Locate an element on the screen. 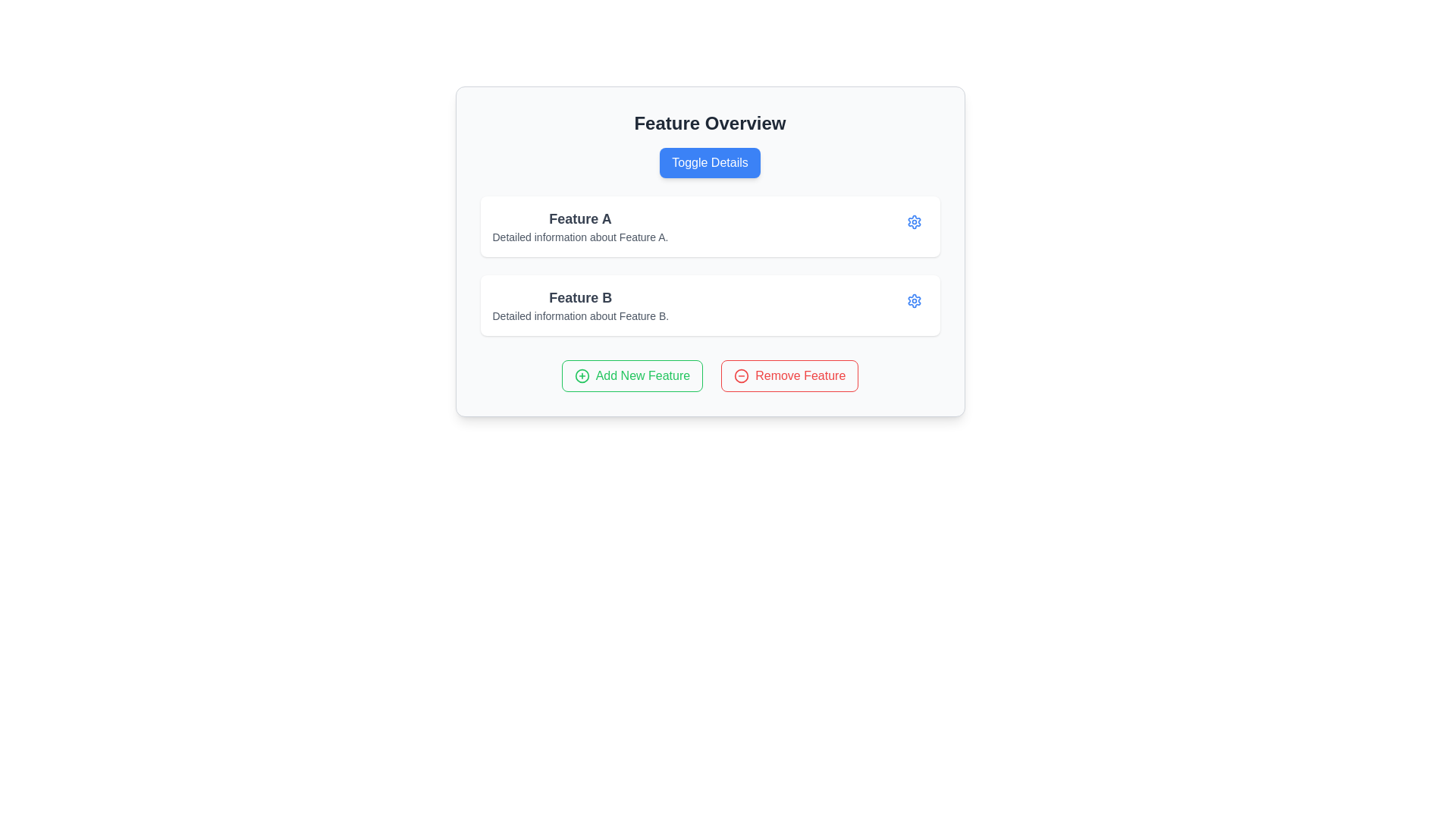  the 'Add New Feature' icon located to the left of the text label, which symbolizes addition or creation is located at coordinates (581, 375).